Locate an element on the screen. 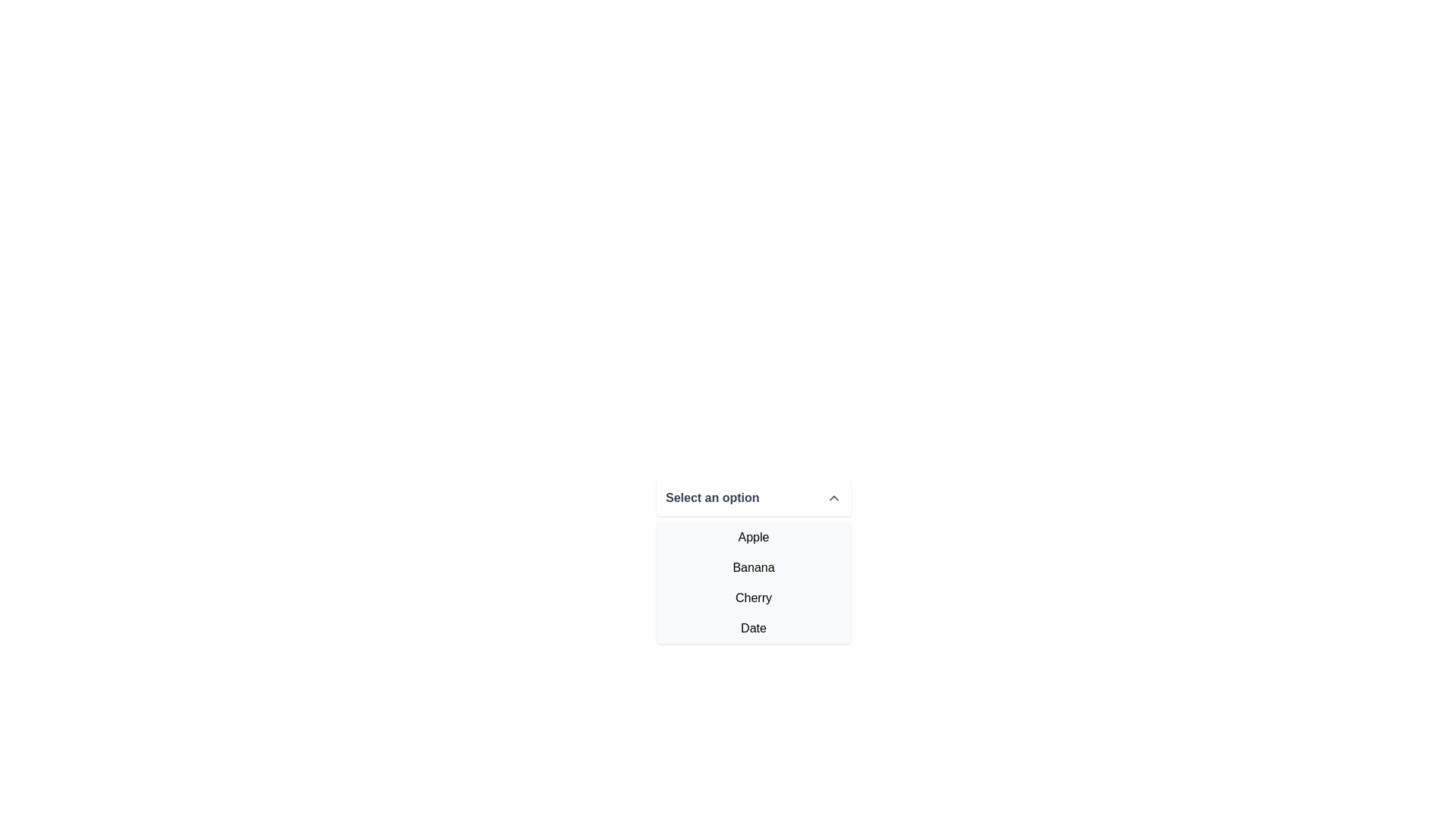  the dropdown menu item labeled 'Banana' is located at coordinates (753, 561).